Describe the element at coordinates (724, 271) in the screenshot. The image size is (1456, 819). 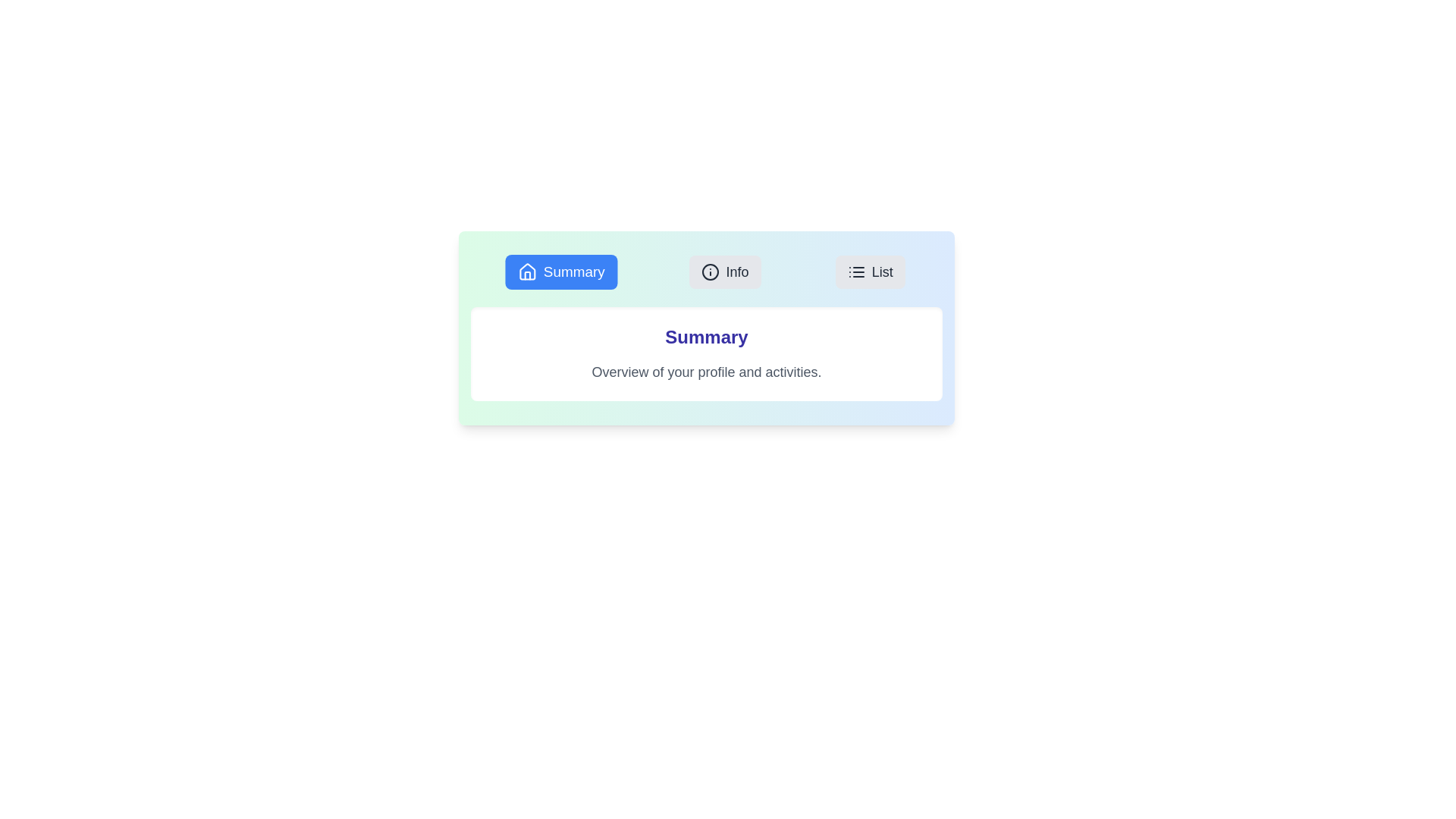
I see `the tab labeled Info to view its content` at that location.